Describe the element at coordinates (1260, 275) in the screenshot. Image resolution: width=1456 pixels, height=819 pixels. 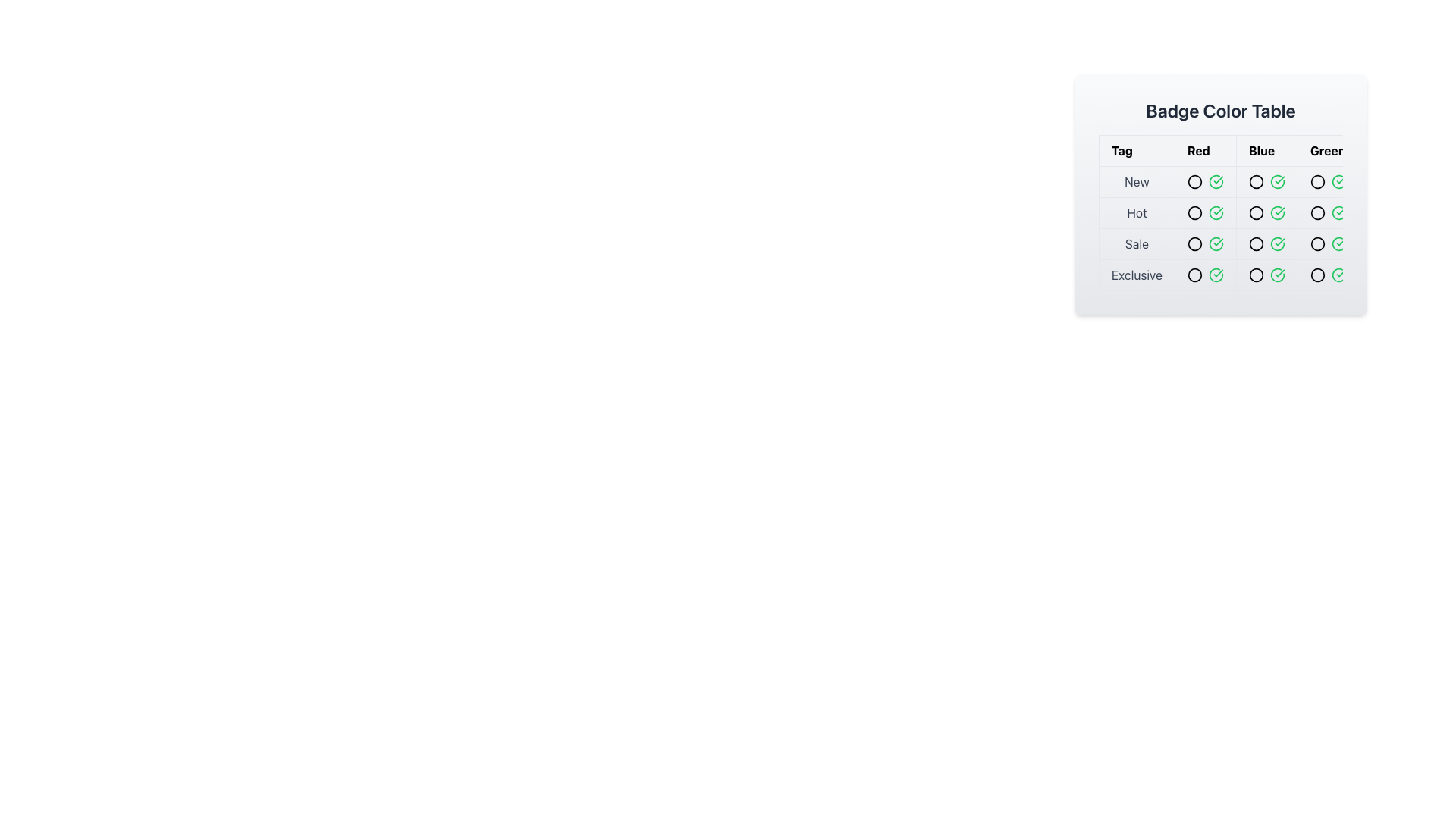
I see `the circular icon with a red inner fill and a black border located in the 'Exclusive' row and 'Blue' column of the table` at that location.